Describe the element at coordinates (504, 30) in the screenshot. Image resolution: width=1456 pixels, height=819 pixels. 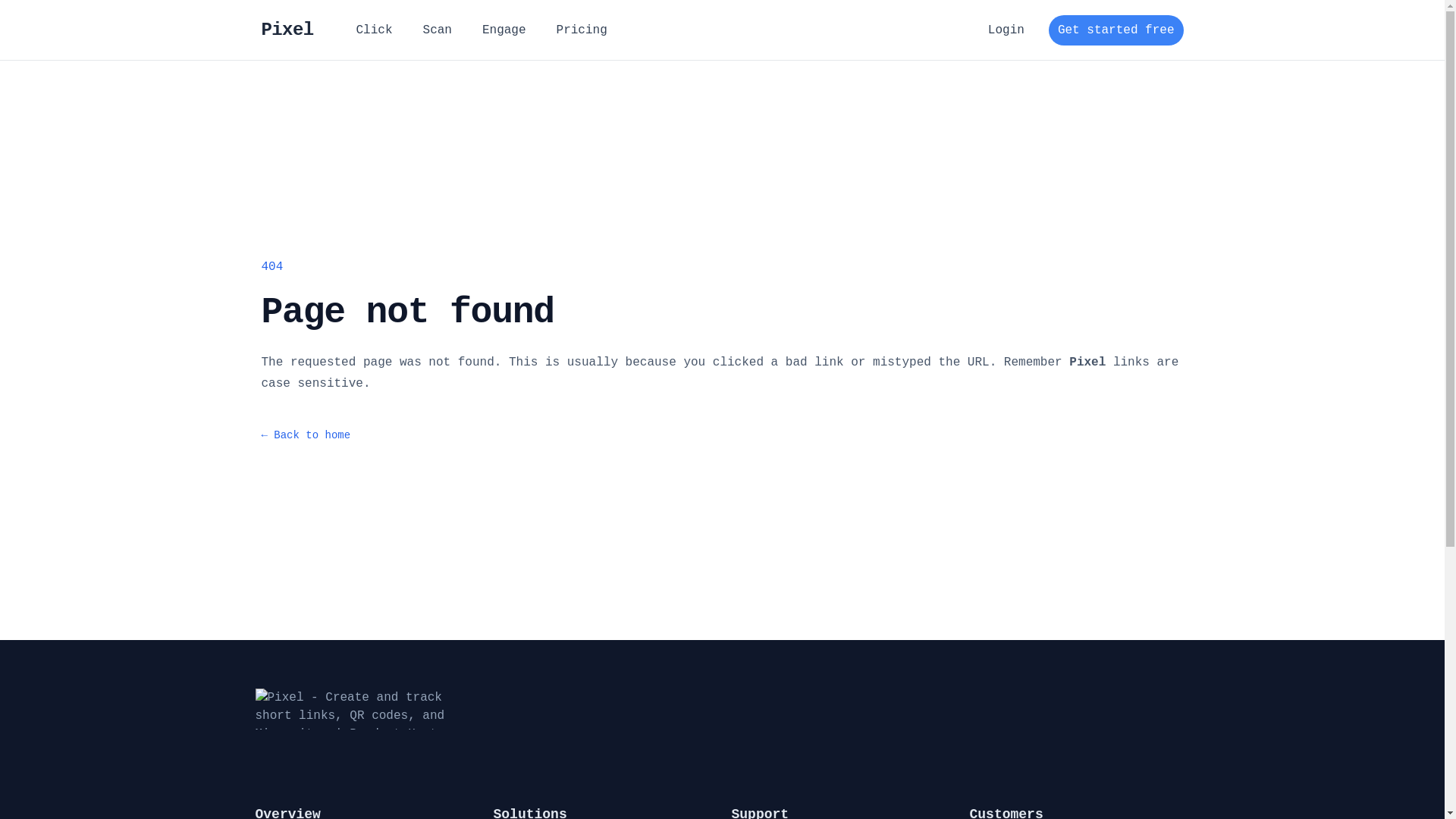
I see `'Engage'` at that location.